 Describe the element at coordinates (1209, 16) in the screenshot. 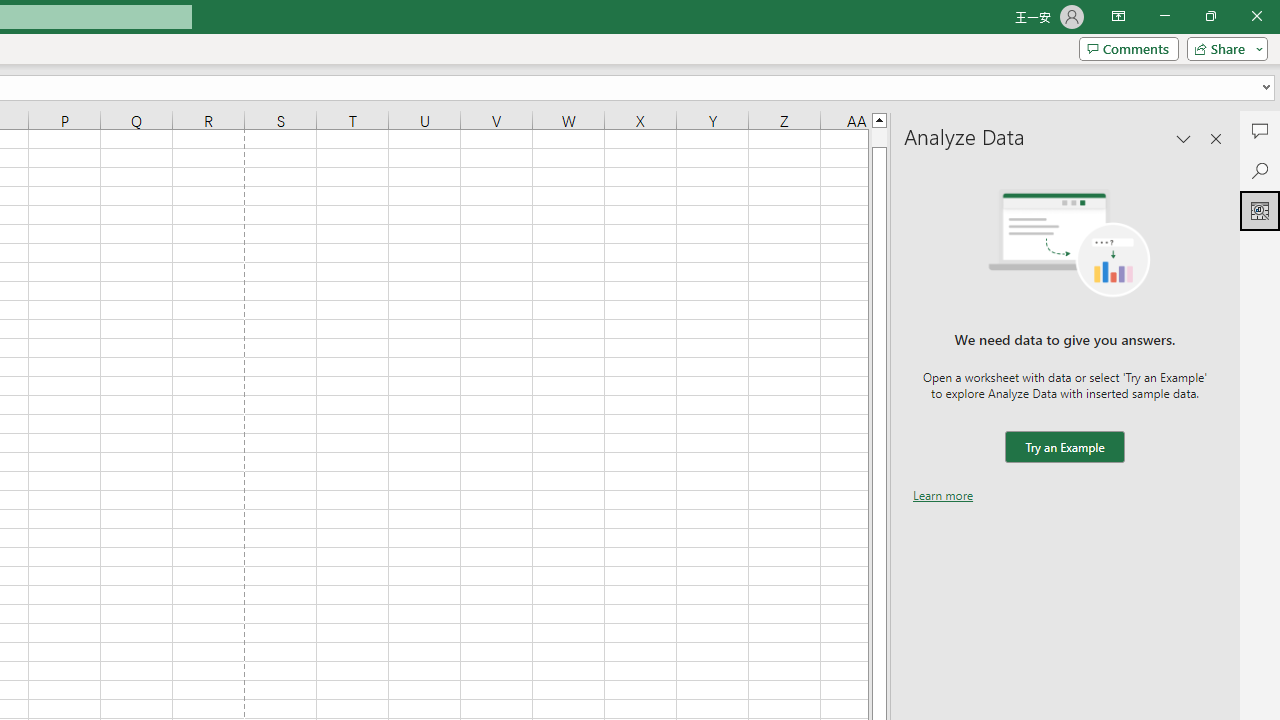

I see `'Restore Down'` at that location.